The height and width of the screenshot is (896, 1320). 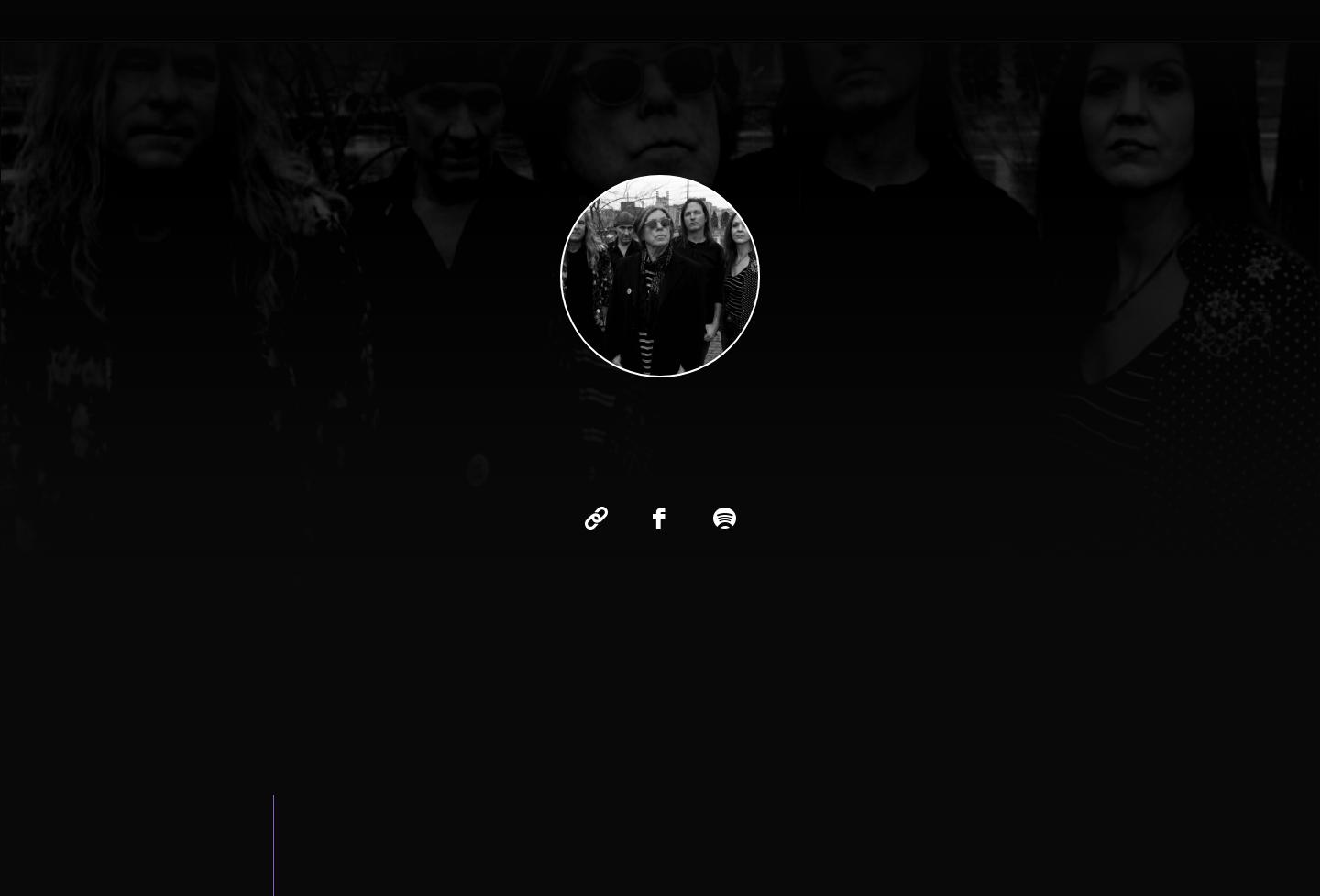 I want to click on '2015', so click(x=552, y=494).